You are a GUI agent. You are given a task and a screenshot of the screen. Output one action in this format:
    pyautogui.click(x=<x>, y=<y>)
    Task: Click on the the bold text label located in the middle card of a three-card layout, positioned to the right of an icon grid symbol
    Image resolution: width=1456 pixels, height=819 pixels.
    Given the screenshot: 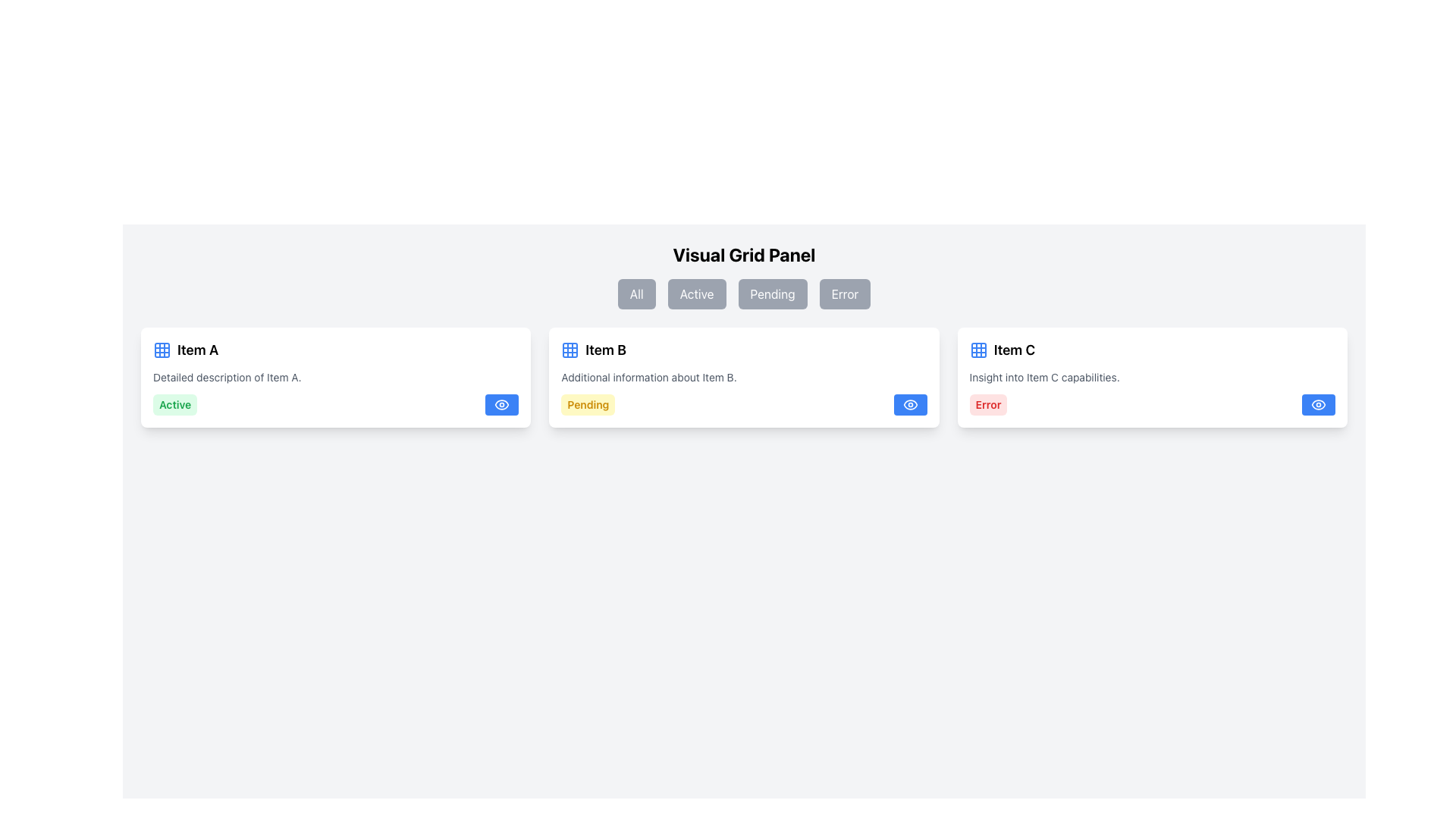 What is the action you would take?
    pyautogui.click(x=605, y=350)
    